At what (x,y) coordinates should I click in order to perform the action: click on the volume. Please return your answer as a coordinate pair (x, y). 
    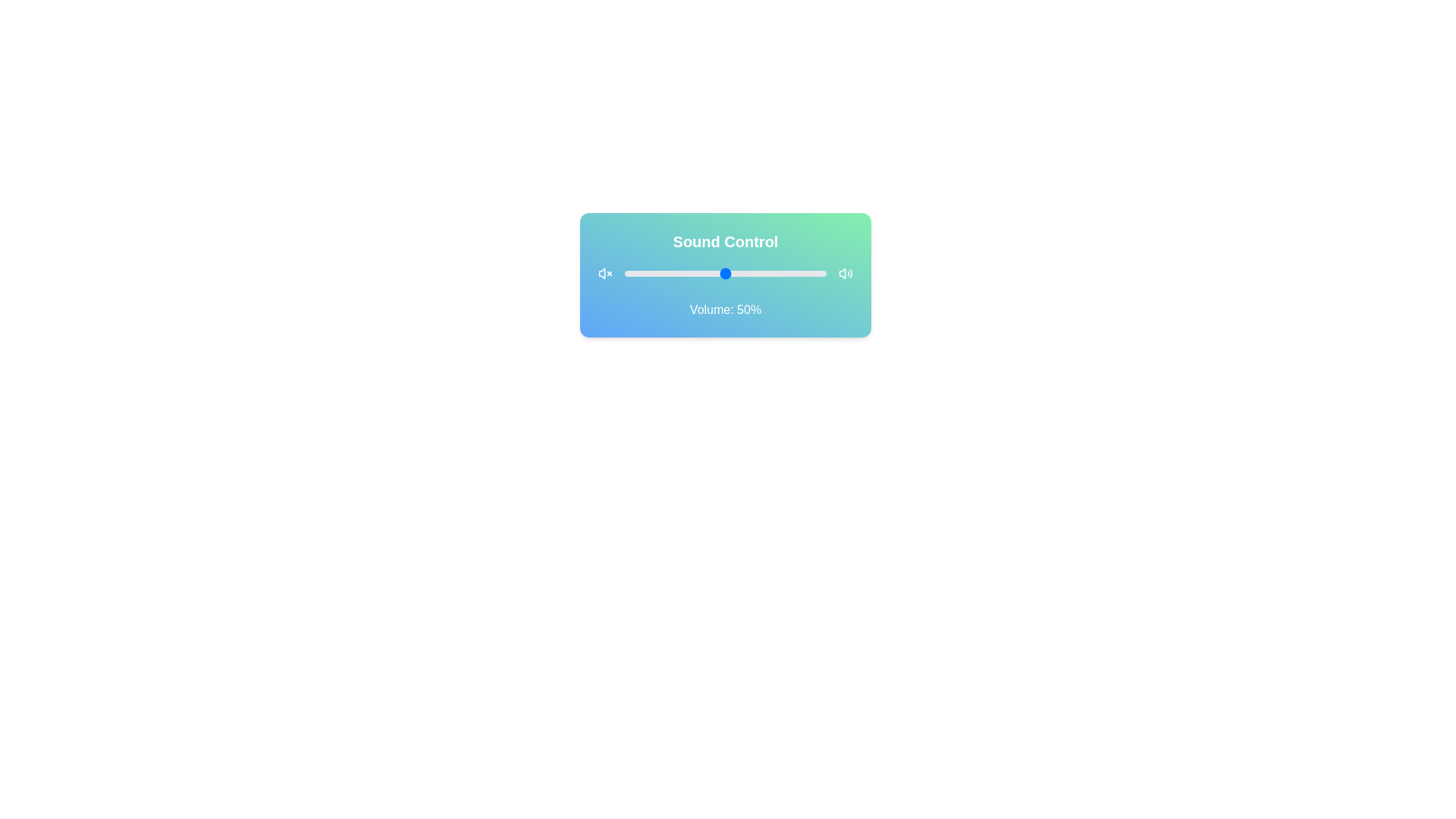
    Looking at the image, I should click on (761, 274).